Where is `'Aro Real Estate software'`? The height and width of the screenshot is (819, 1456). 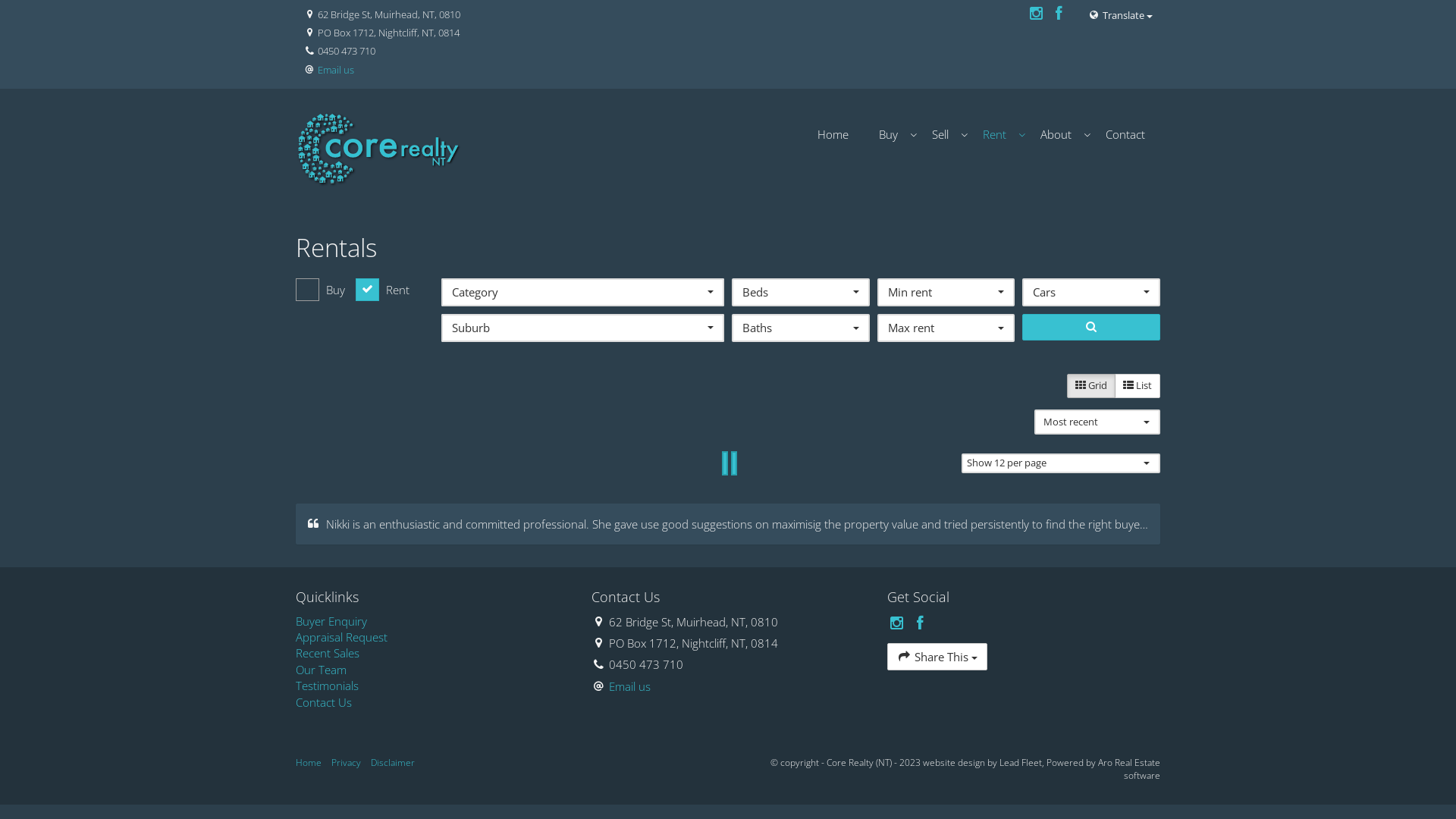 'Aro Real Estate software' is located at coordinates (1128, 769).